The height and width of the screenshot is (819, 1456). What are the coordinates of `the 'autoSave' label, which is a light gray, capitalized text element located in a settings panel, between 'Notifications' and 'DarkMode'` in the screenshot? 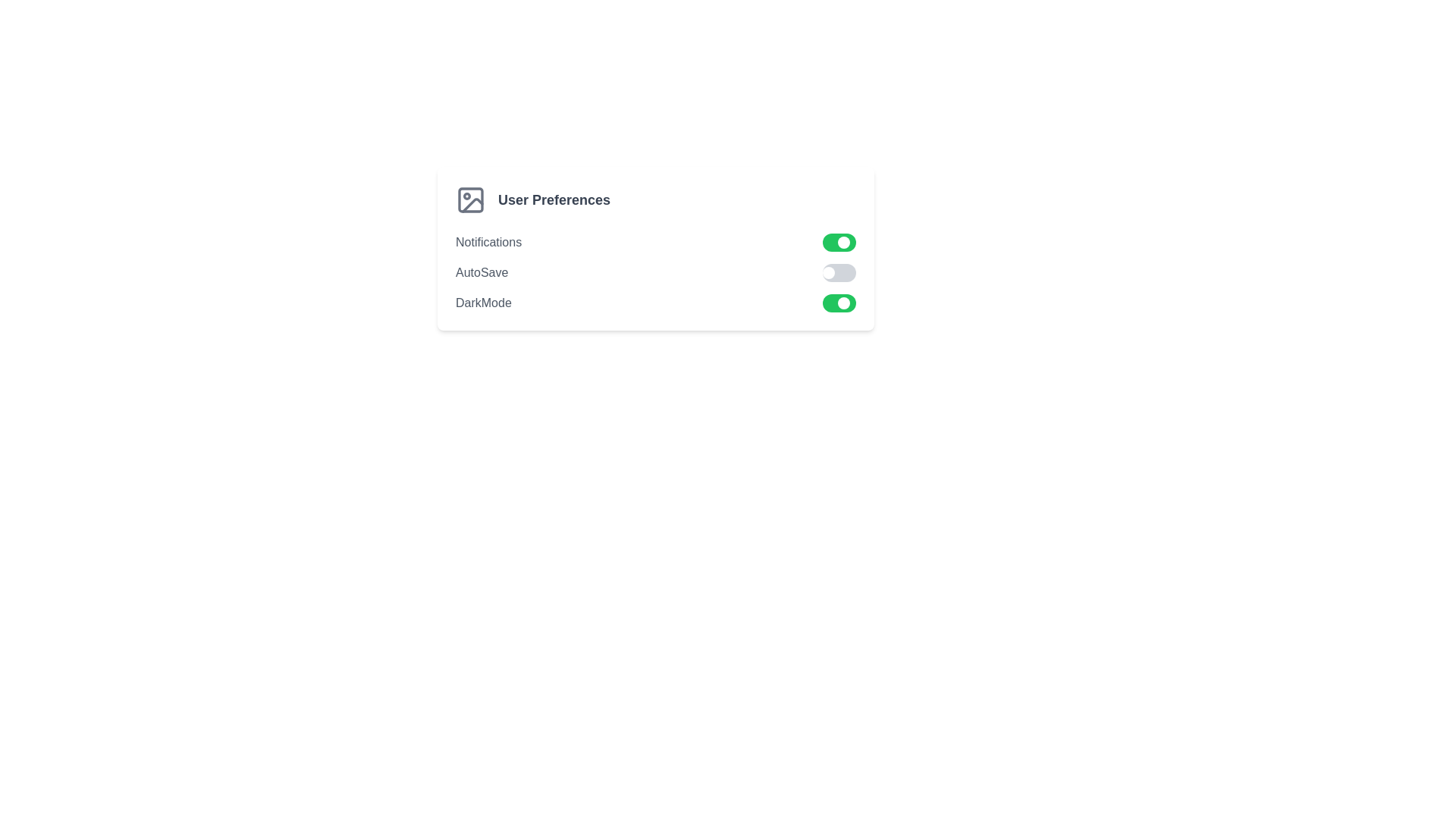 It's located at (481, 271).